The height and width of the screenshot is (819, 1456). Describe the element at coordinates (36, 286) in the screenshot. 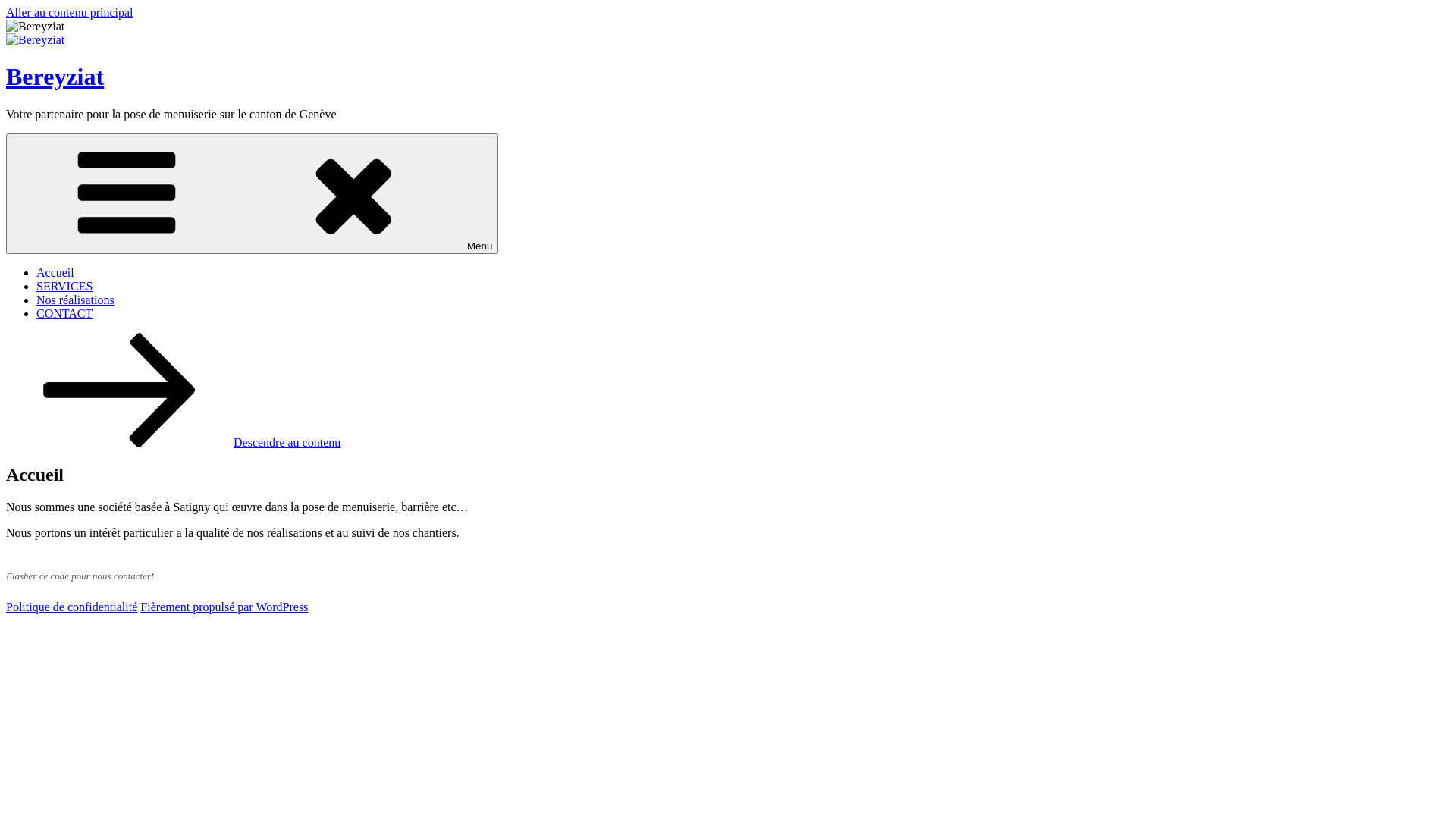

I see `'SERVICES'` at that location.